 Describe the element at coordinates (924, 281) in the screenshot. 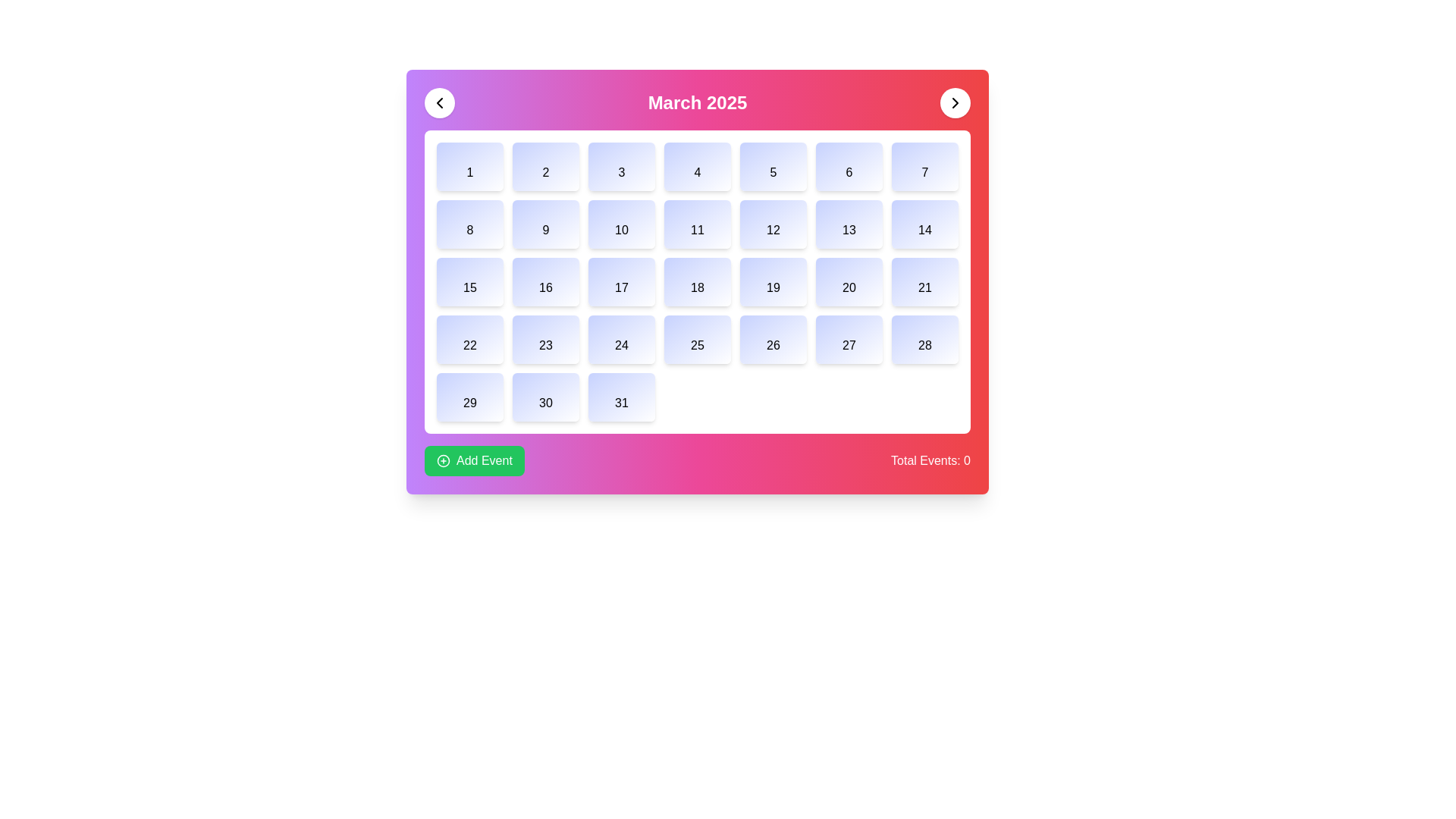

I see `the button representing the 21st day in the monthly calendar interface` at that location.